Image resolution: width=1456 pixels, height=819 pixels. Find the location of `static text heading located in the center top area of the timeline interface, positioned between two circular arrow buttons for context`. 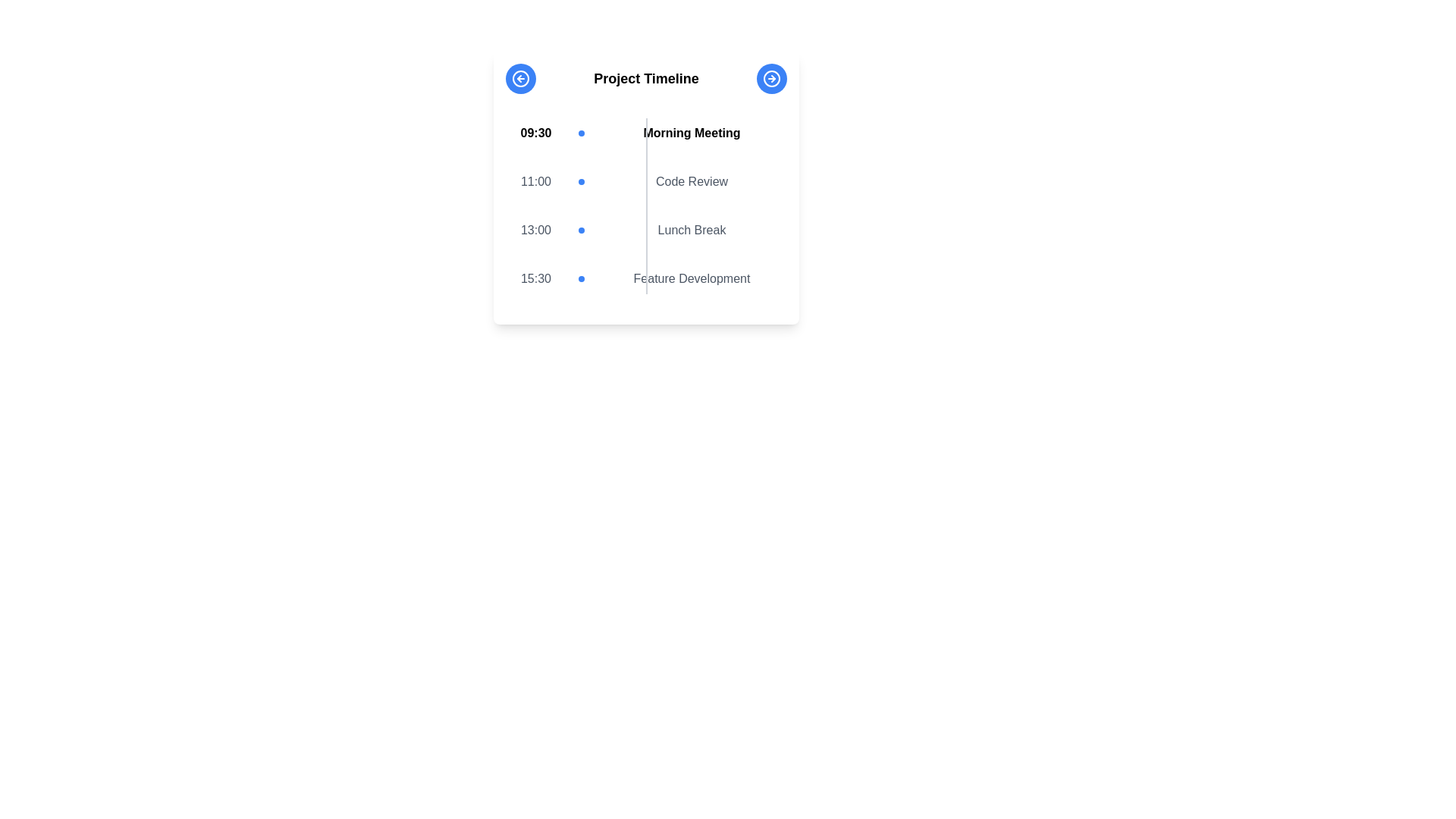

static text heading located in the center top area of the timeline interface, positioned between two circular arrow buttons for context is located at coordinates (646, 79).